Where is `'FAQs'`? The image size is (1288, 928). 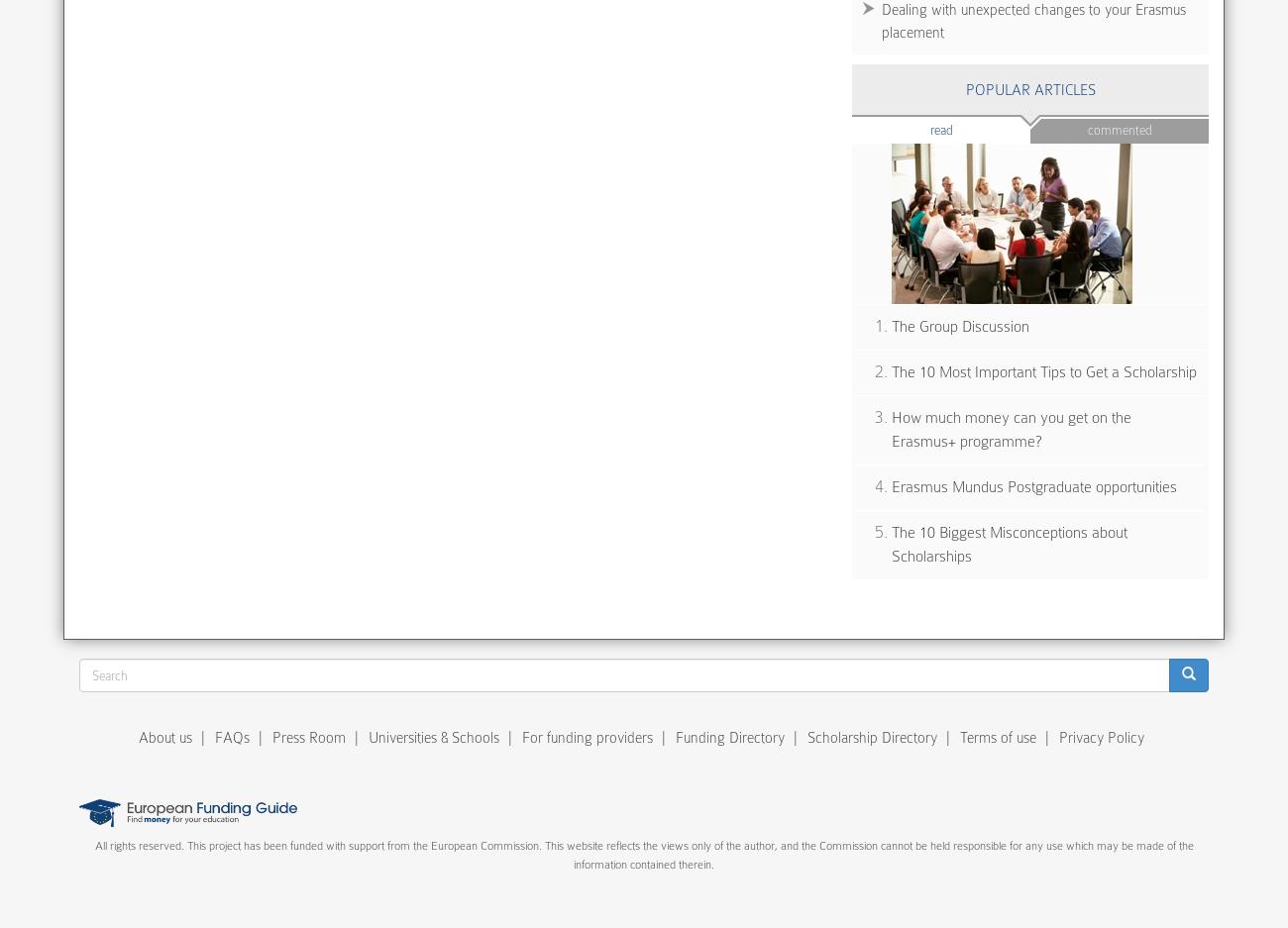
'FAQs' is located at coordinates (231, 737).